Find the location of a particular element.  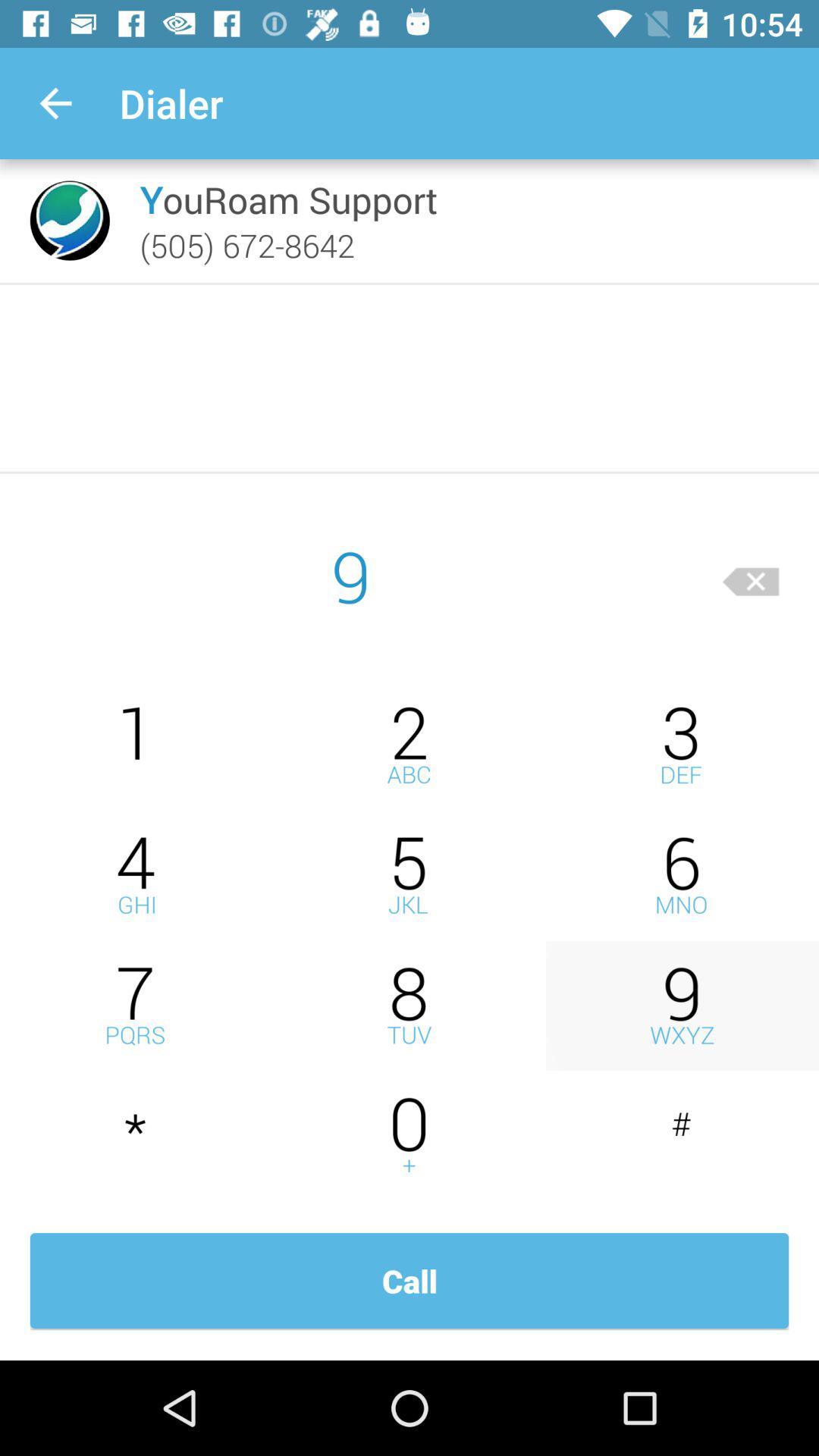

dial pad button for asterisk key is located at coordinates (136, 1136).